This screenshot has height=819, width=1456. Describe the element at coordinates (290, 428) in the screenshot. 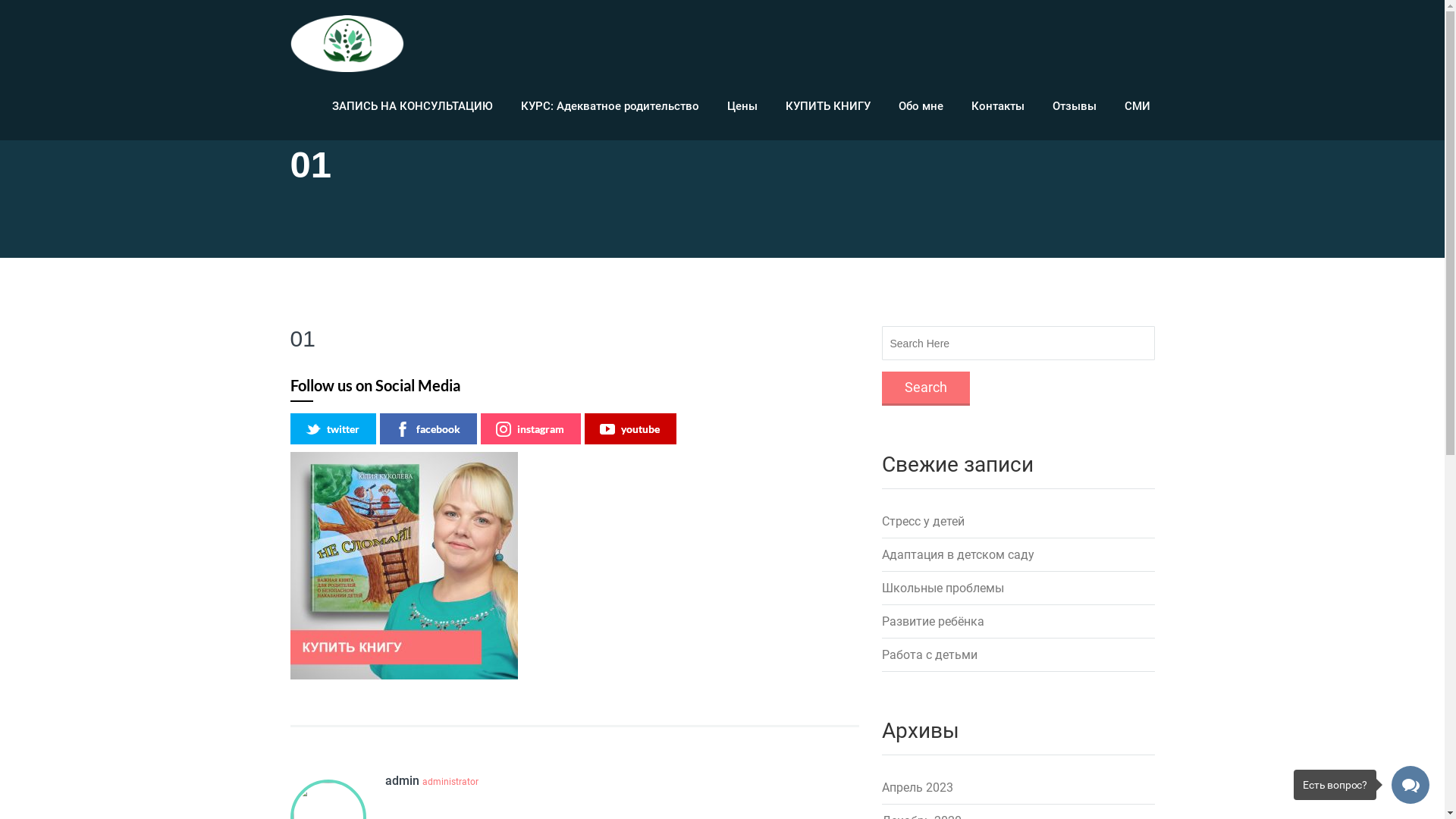

I see `'twitter'` at that location.